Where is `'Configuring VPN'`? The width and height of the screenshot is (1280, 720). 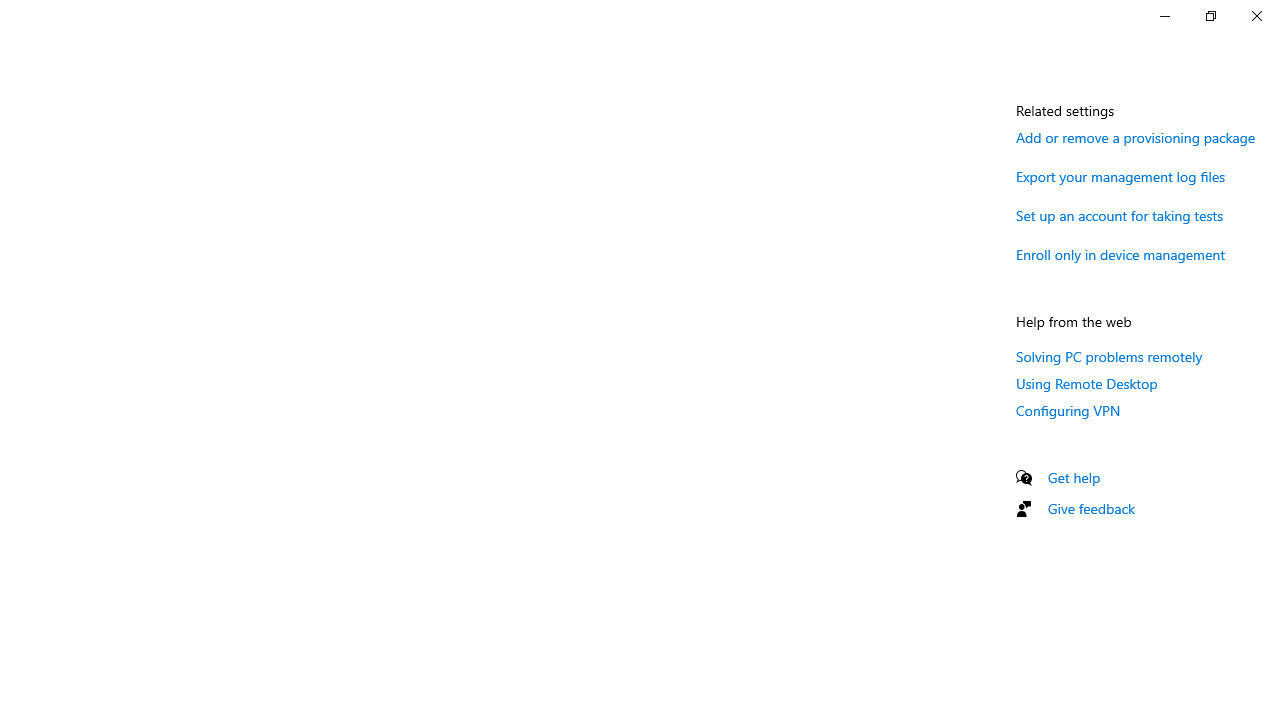 'Configuring VPN' is located at coordinates (1067, 409).